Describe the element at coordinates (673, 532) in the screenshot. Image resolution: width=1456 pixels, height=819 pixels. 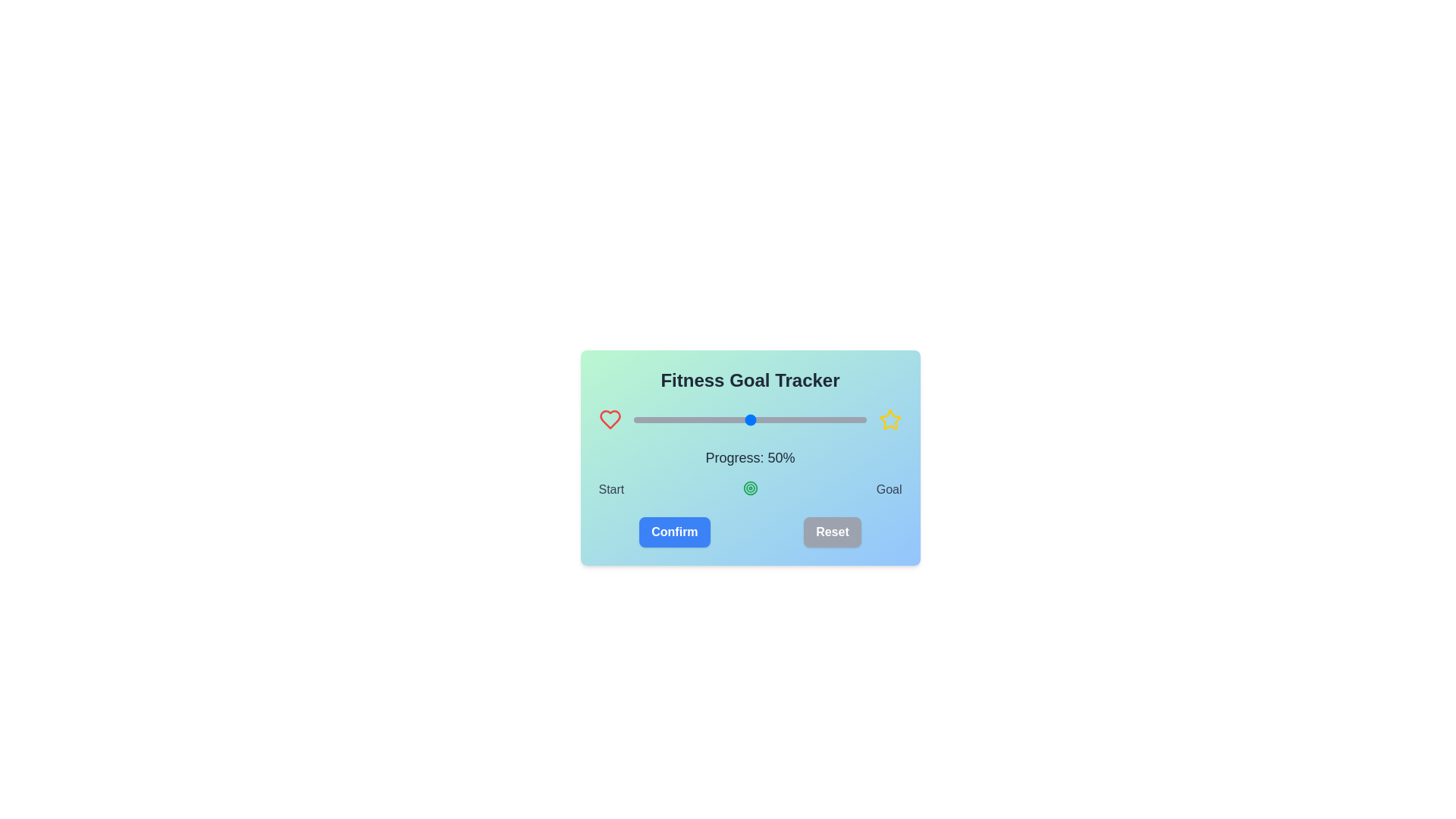
I see `the 'Confirm' button` at that location.